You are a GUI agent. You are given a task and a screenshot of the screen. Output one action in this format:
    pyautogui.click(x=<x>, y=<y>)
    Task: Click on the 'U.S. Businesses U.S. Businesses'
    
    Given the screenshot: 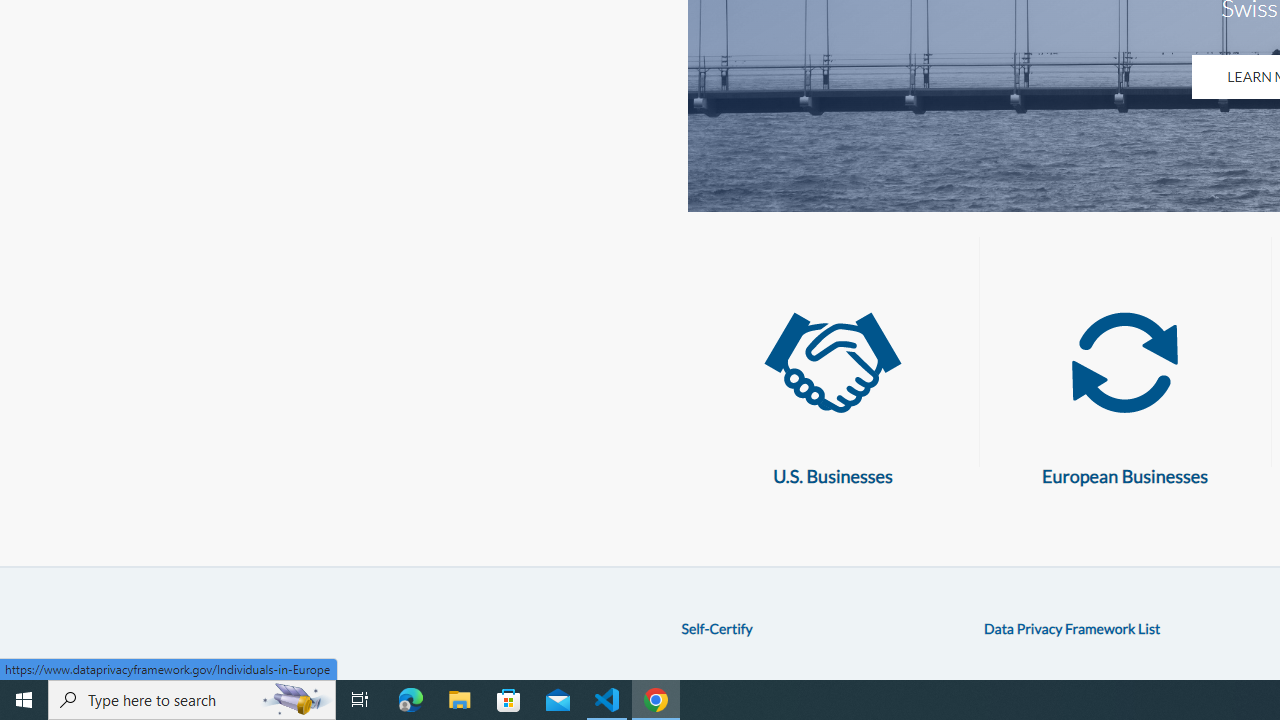 What is the action you would take?
    pyautogui.click(x=832, y=389)
    